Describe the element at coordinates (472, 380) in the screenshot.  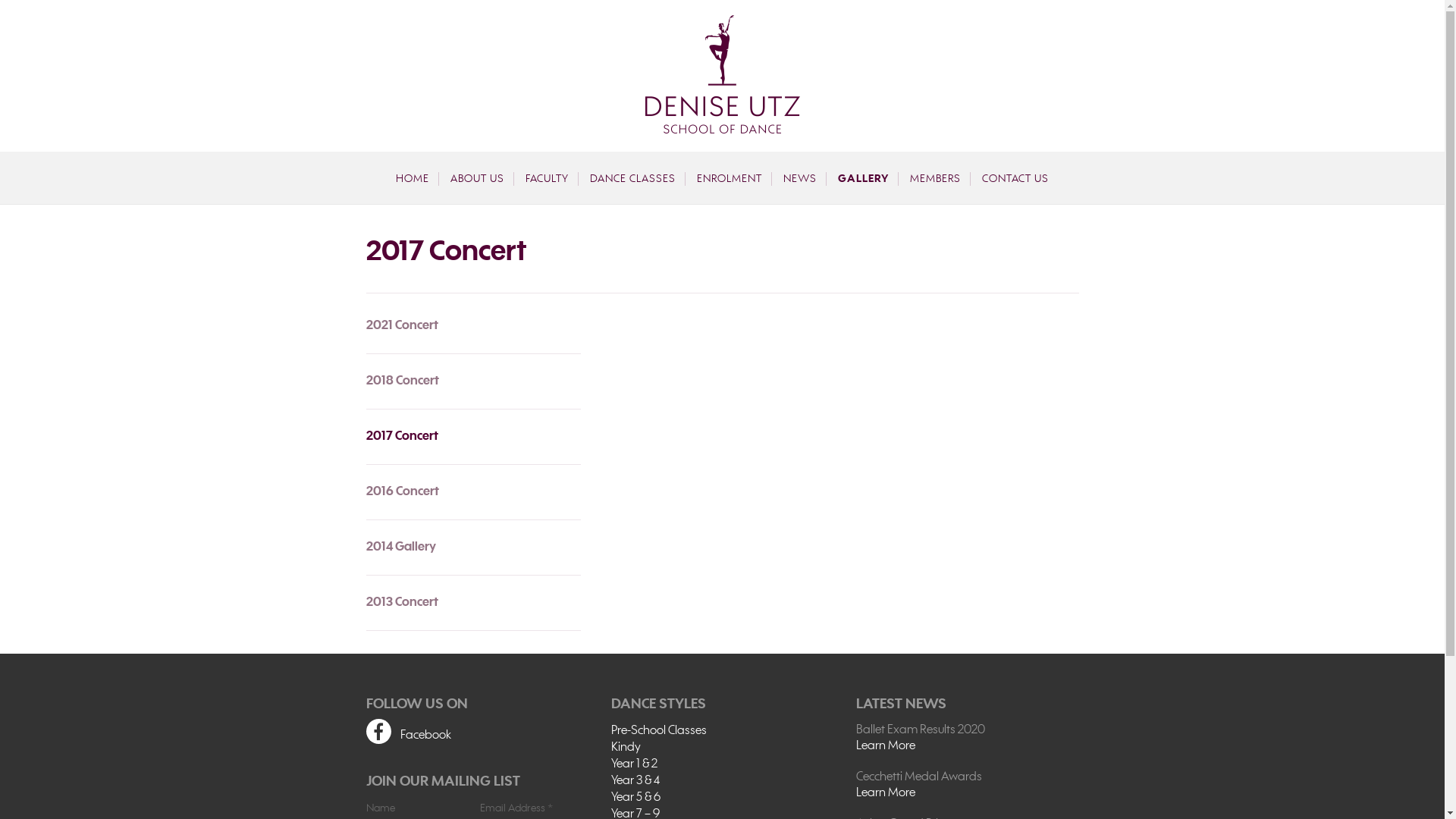
I see `'2018 Concert'` at that location.